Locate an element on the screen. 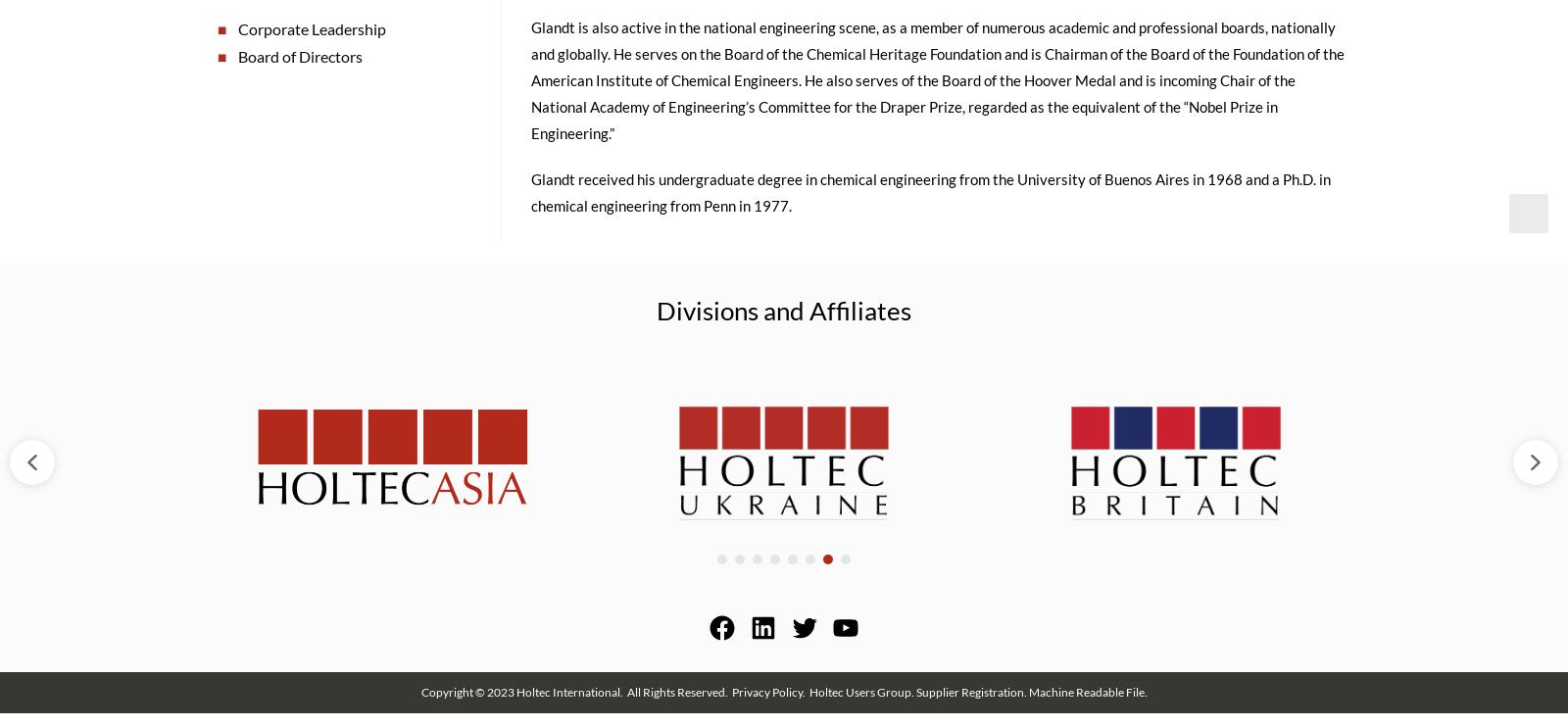 The height and width of the screenshot is (727, 1568). 'Holtec Asia' is located at coordinates (391, 369).